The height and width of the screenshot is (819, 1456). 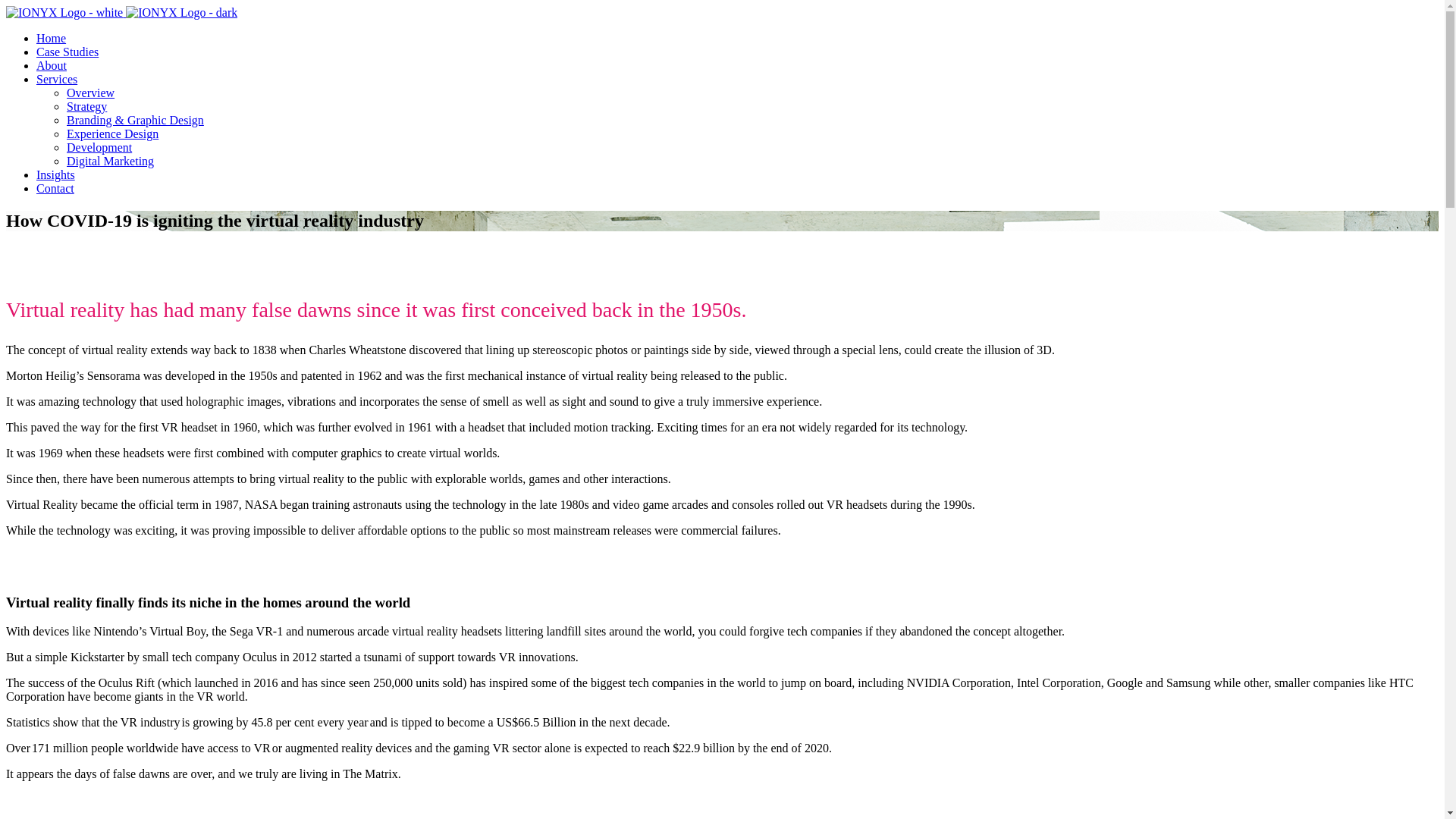 I want to click on 'About', so click(x=51, y=64).